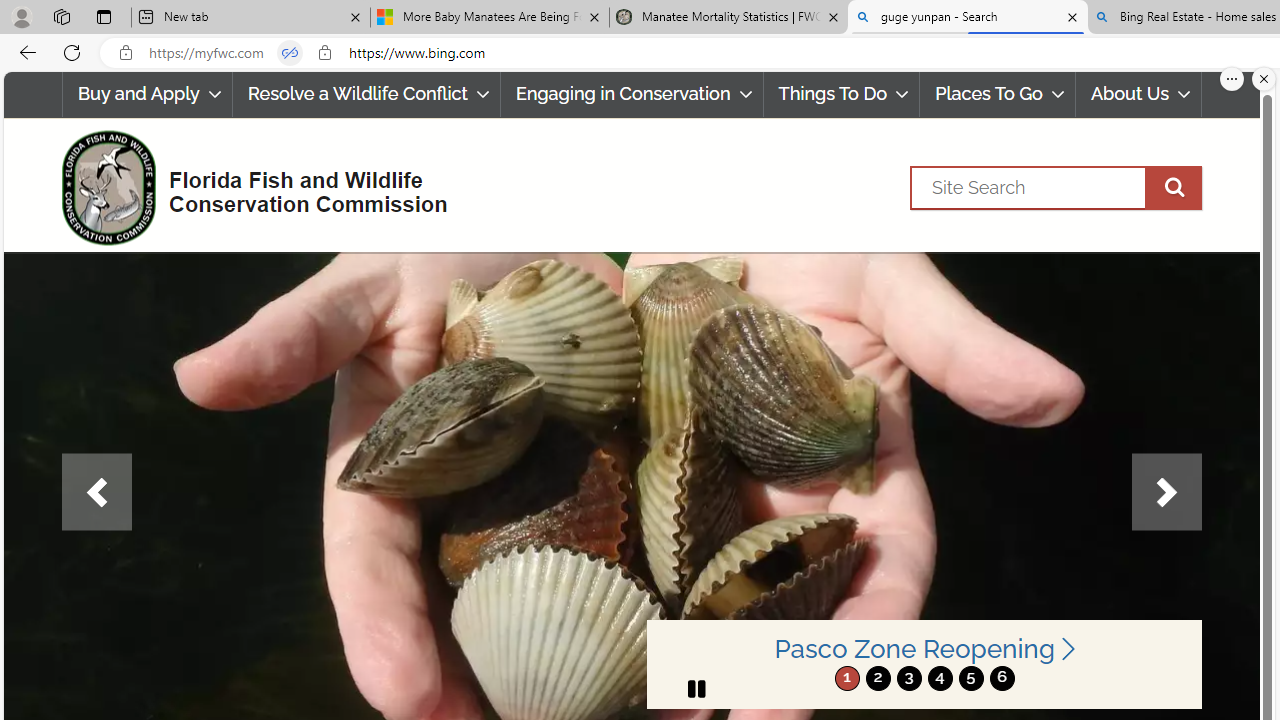  I want to click on 'Close split screen.', so click(1263, 78).